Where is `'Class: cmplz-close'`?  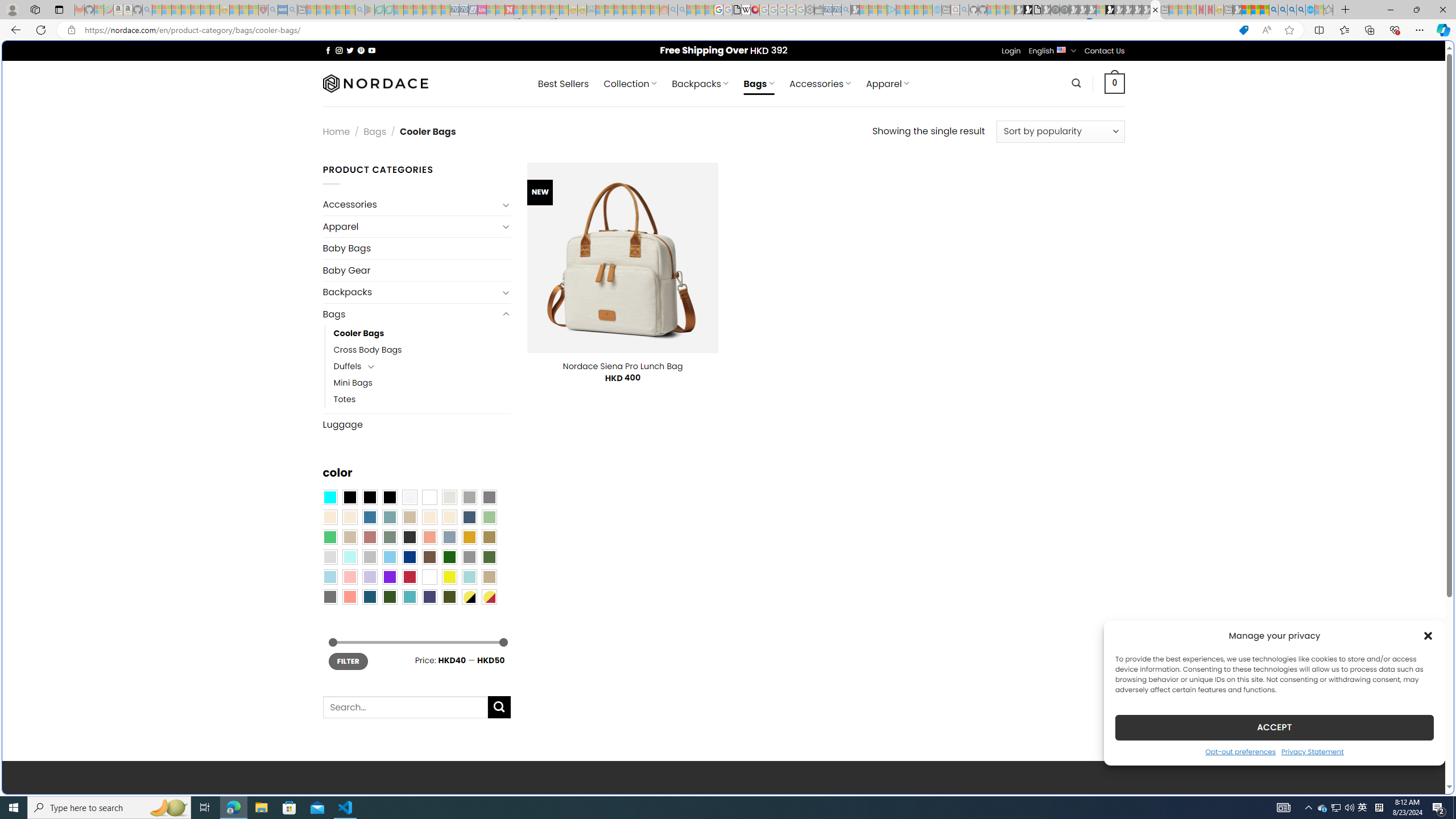 'Class: cmplz-close' is located at coordinates (1428, 635).